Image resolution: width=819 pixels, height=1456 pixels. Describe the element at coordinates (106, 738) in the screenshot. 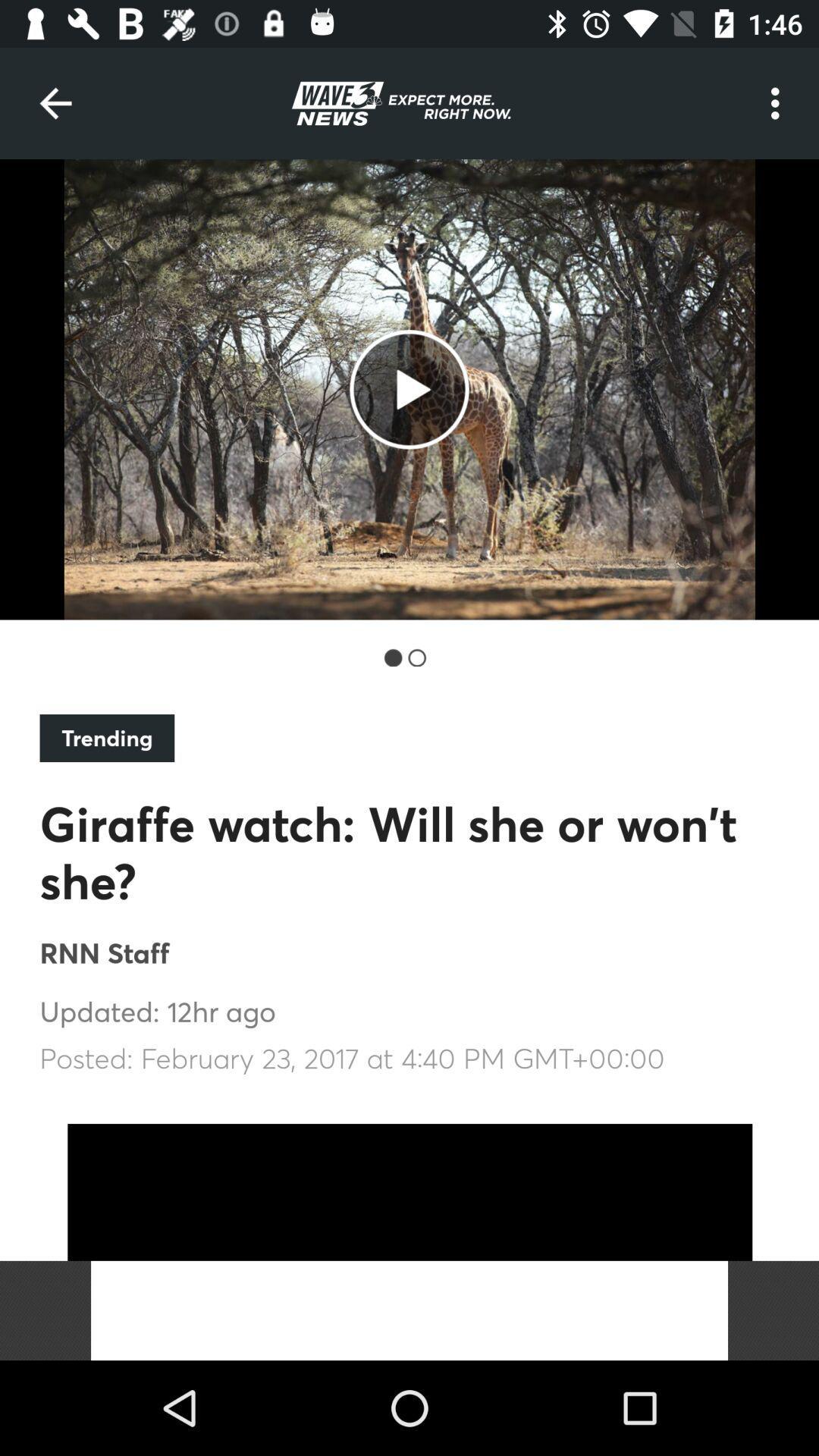

I see `the item above the giraffe watch will` at that location.